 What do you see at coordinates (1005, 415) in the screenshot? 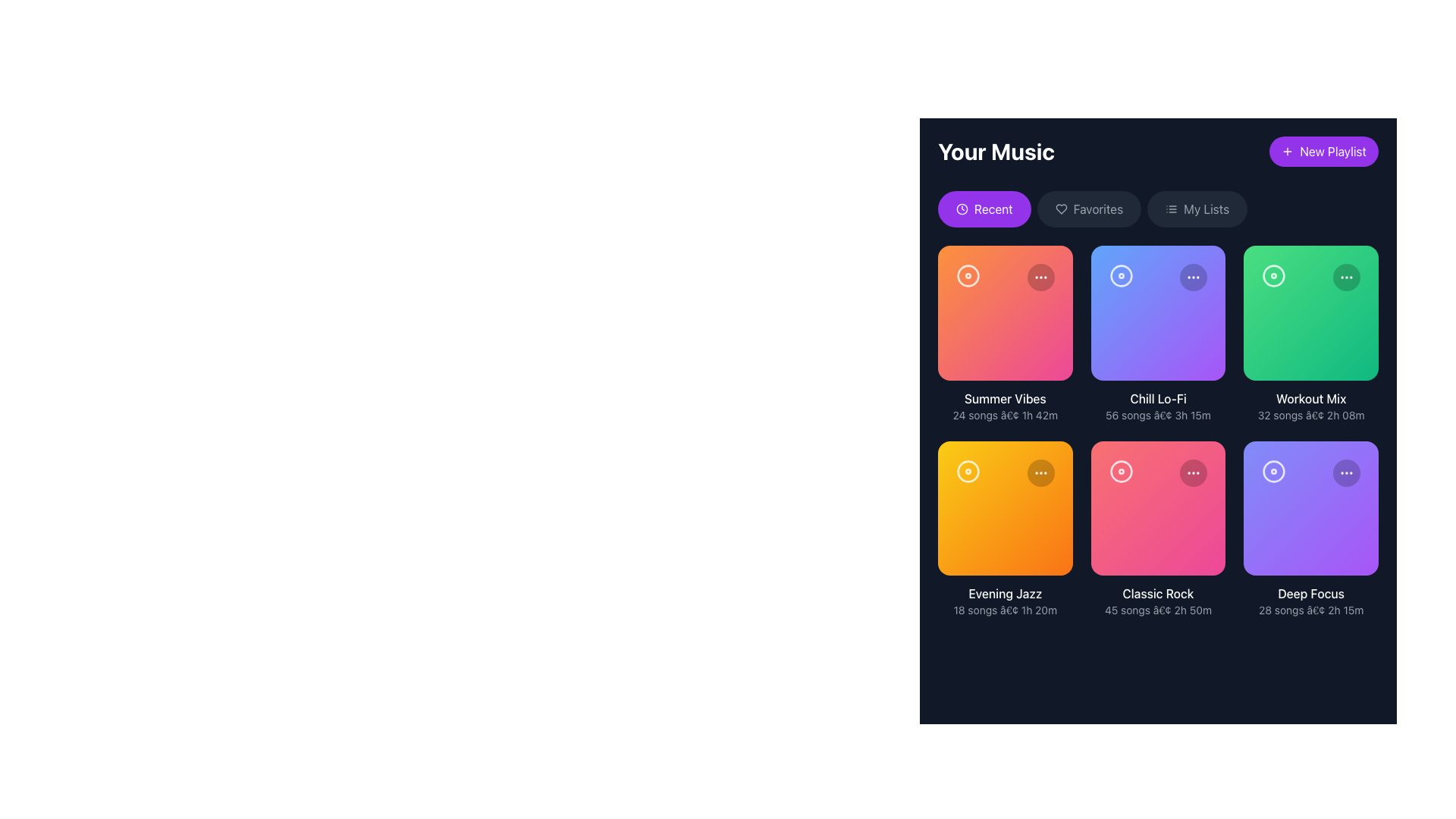
I see `the static text label displaying '24 songs • 1h 42m' located directly beneath the title 'Summer Vibes' in the playlist card` at bounding box center [1005, 415].